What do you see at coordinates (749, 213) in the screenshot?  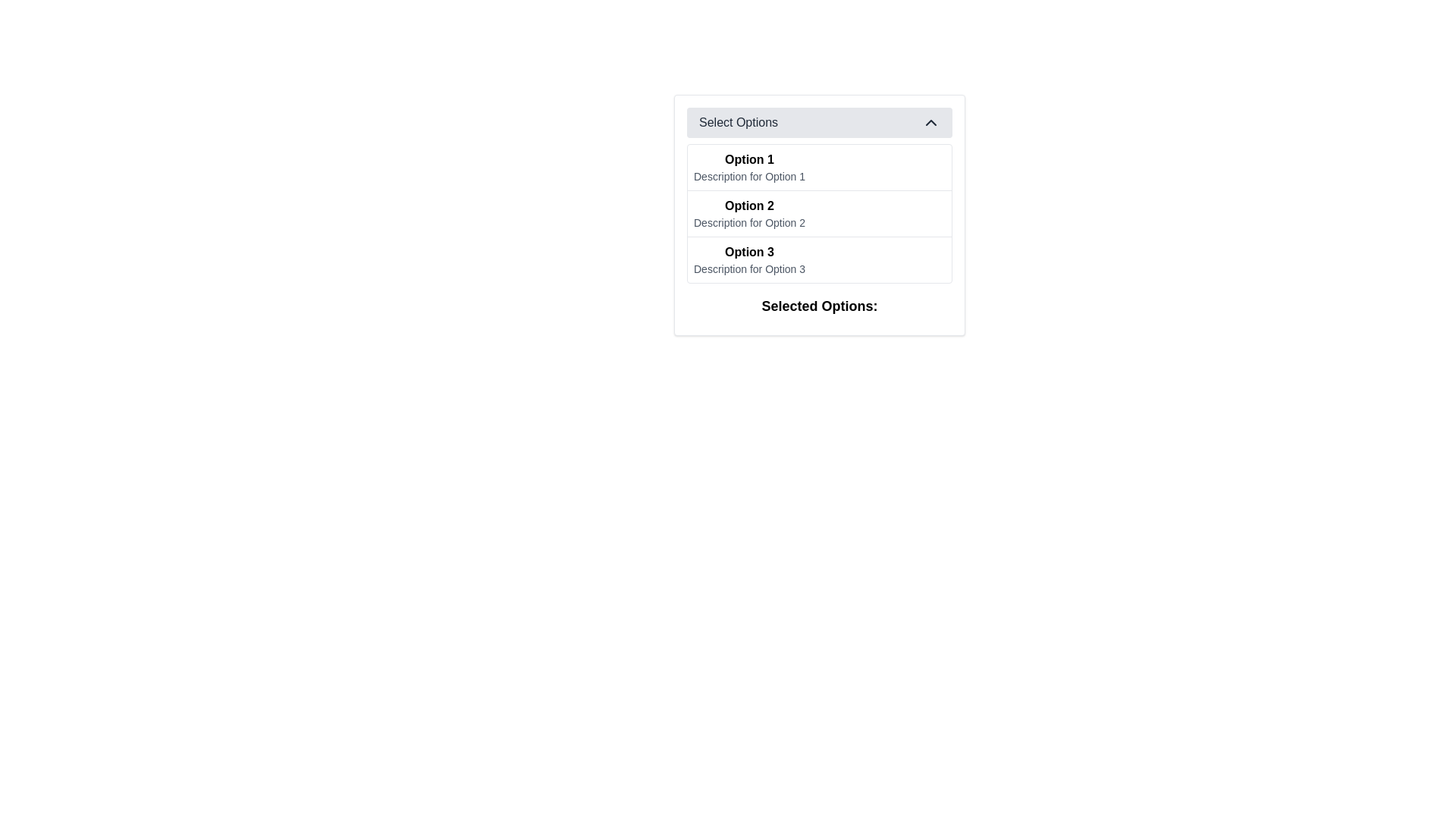 I see `the clickable menu option labeled 'Option 2' in the dropdown list` at bounding box center [749, 213].